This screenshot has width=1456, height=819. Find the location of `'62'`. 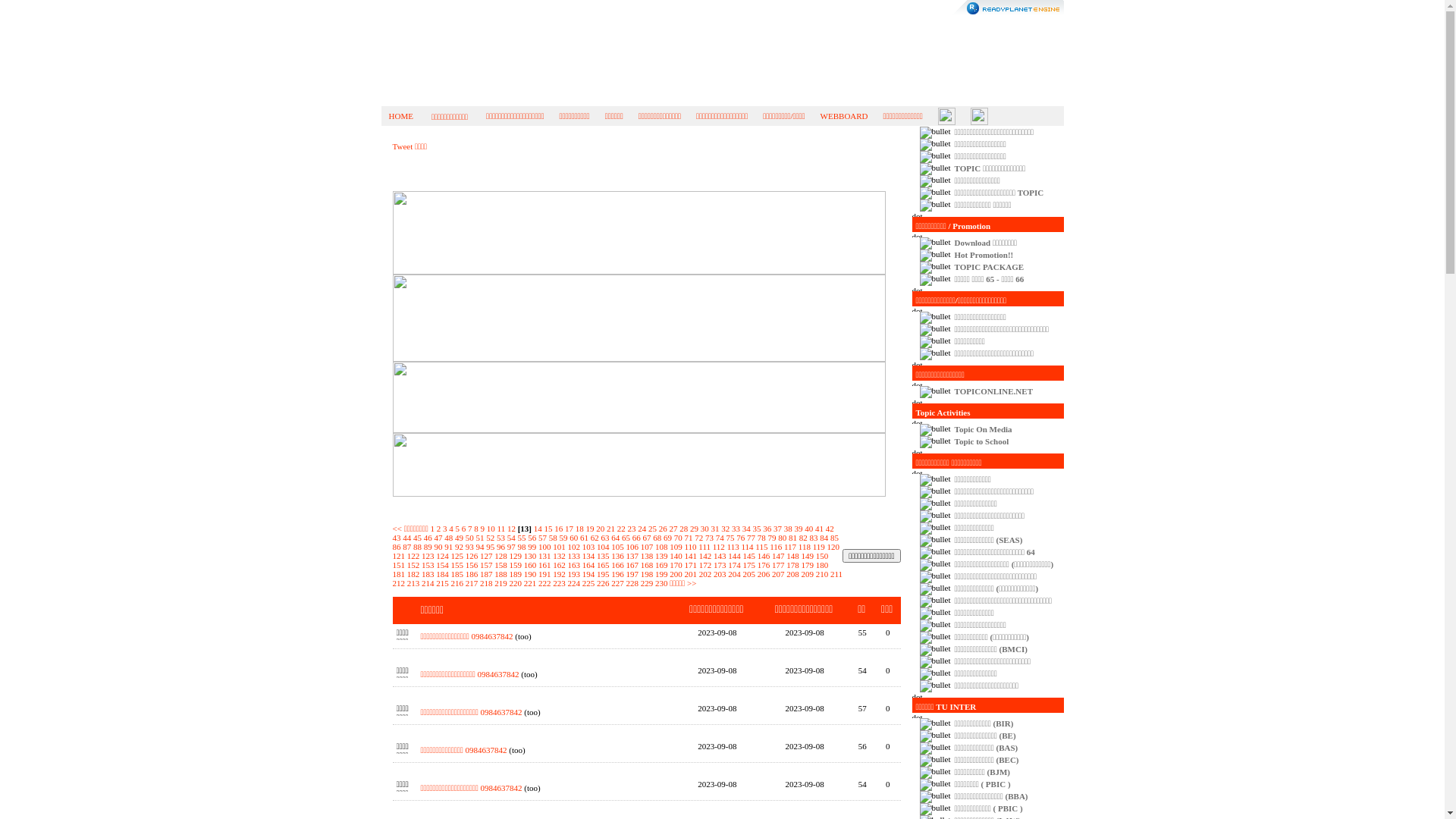

'62' is located at coordinates (594, 537).